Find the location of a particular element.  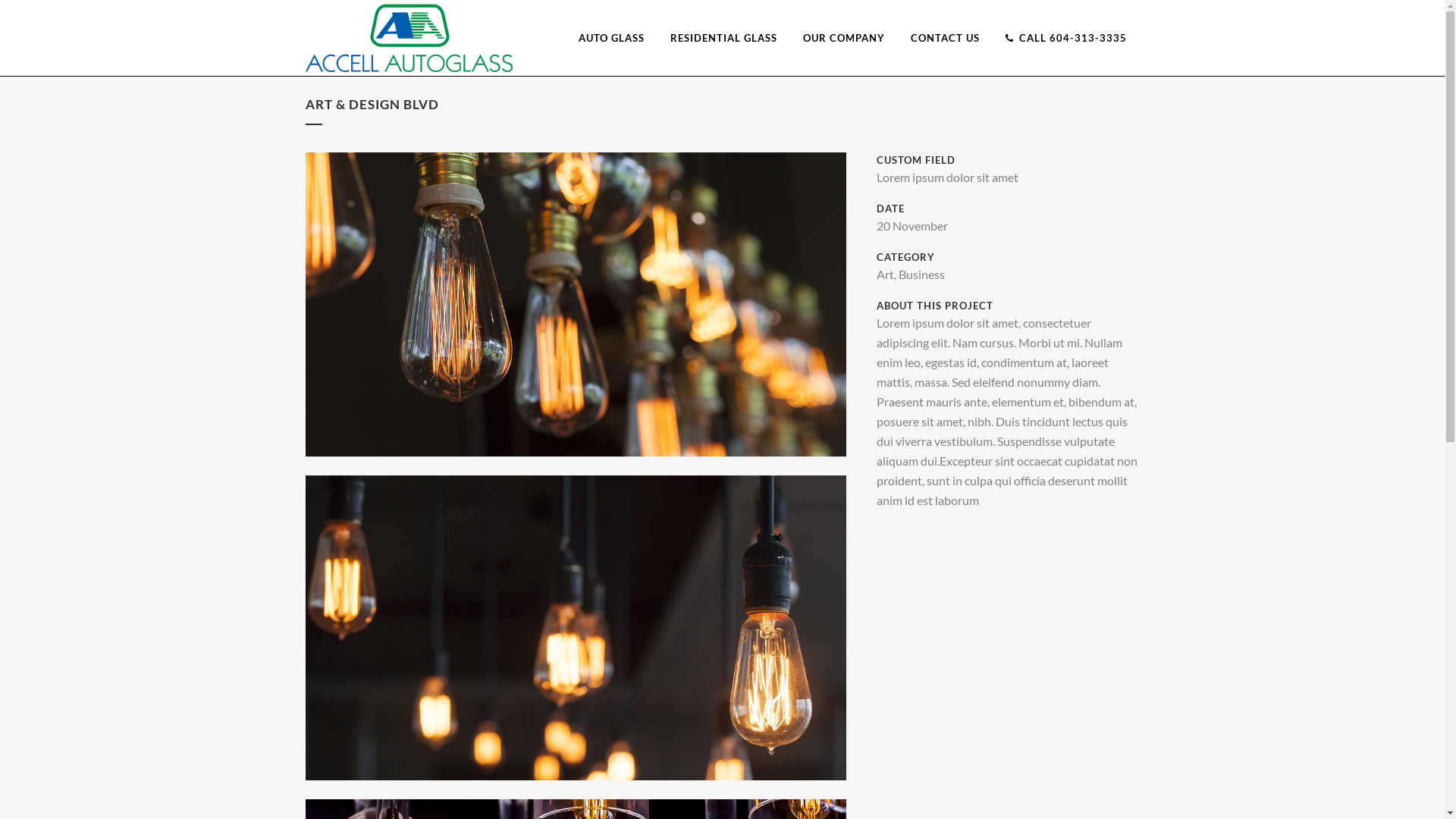

'OUR COMPANY' is located at coordinates (843, 37).